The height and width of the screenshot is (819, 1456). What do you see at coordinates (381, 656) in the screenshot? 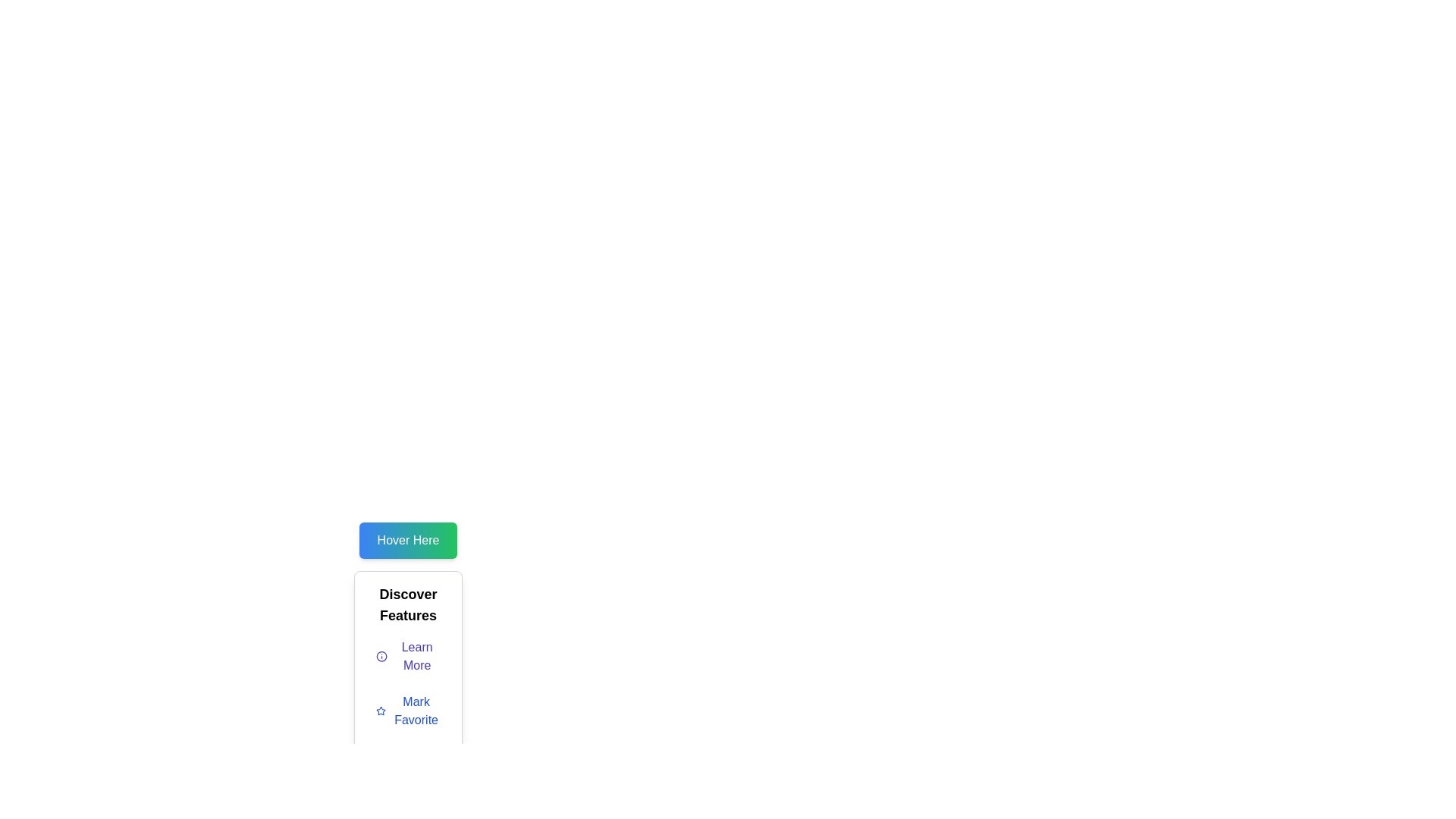
I see `the central circle icon, which serves as a visual representation within the SVG element` at bounding box center [381, 656].